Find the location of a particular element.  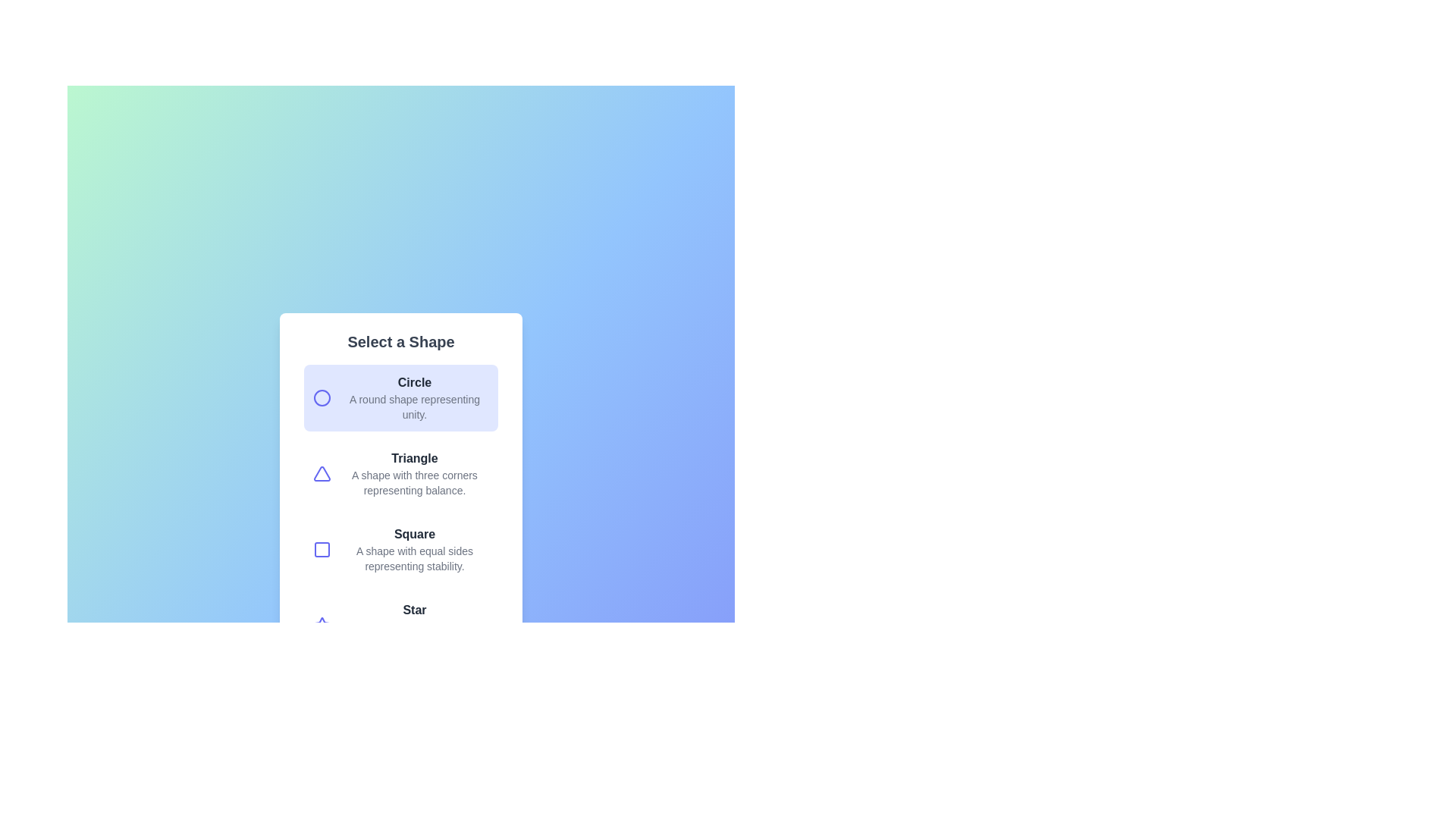

the shape Star from the menu is located at coordinates (400, 626).